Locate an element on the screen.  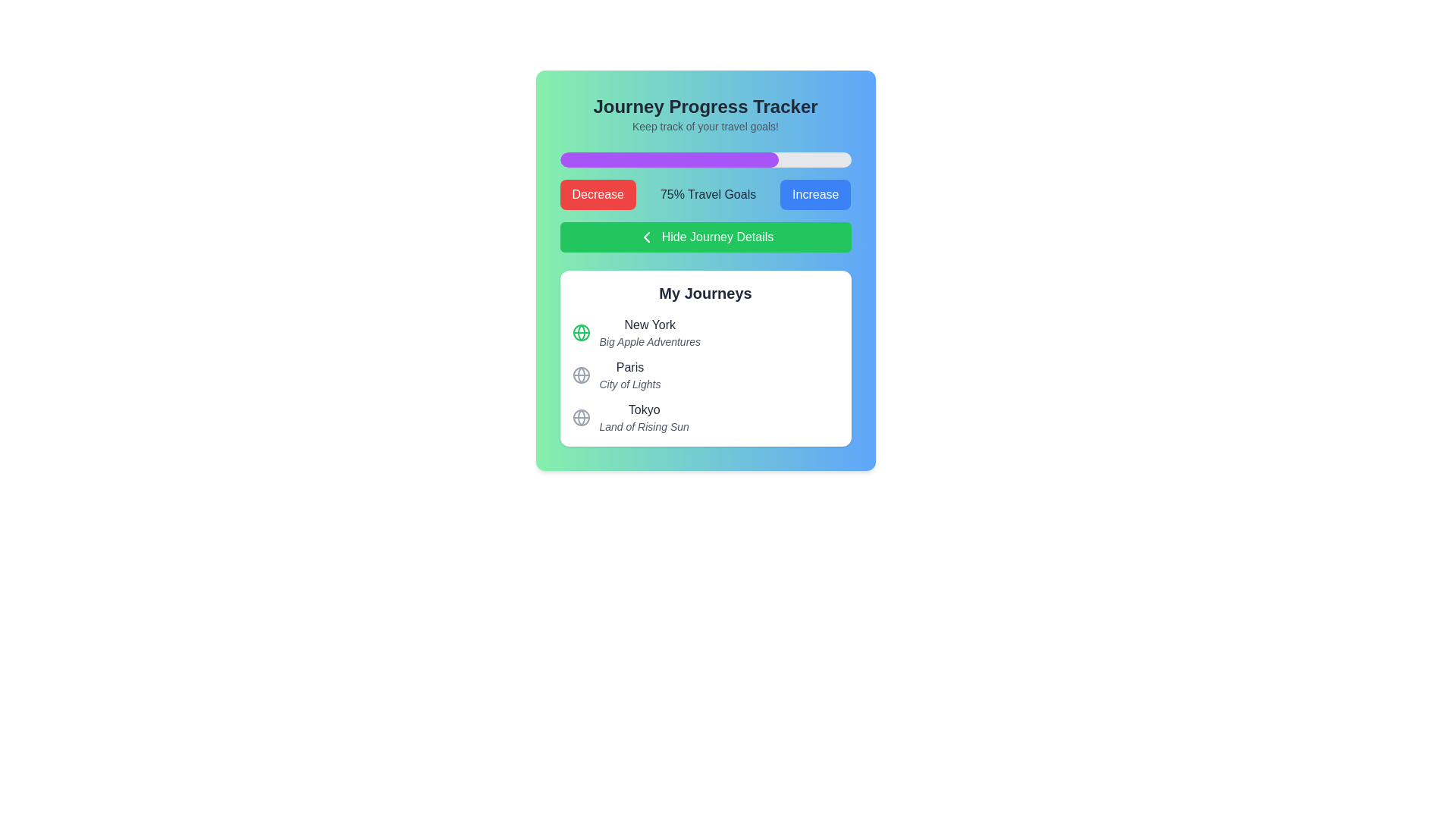
the text label that reads 'City of Lights', which is a small, italicized font in light gray, positioned below the 'Paris' text in the 'My Journeys' section is located at coordinates (629, 383).